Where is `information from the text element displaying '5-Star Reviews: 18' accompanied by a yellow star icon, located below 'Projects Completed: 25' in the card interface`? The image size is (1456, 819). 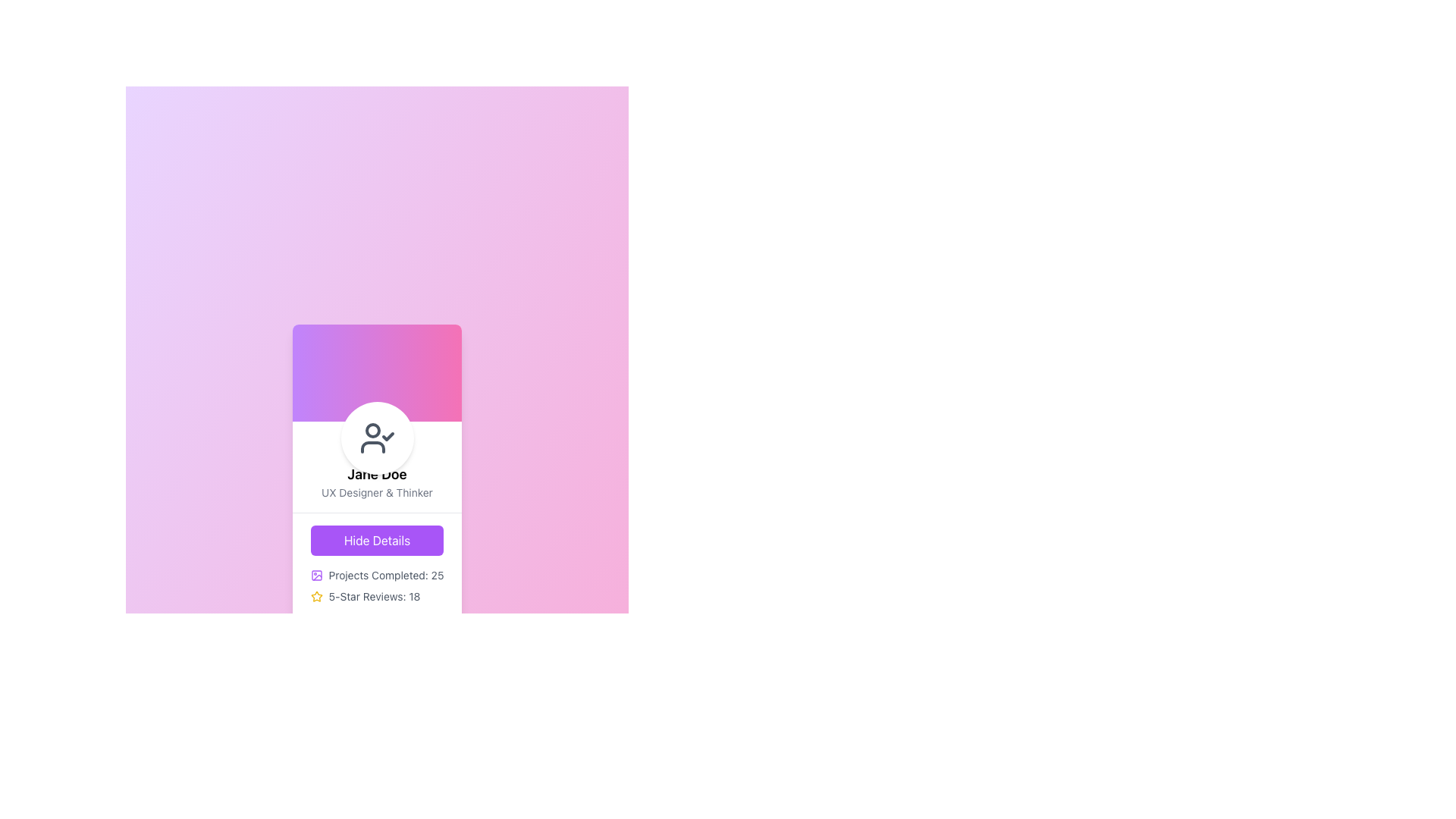
information from the text element displaying '5-Star Reviews: 18' accompanied by a yellow star icon, located below 'Projects Completed: 25' in the card interface is located at coordinates (377, 595).